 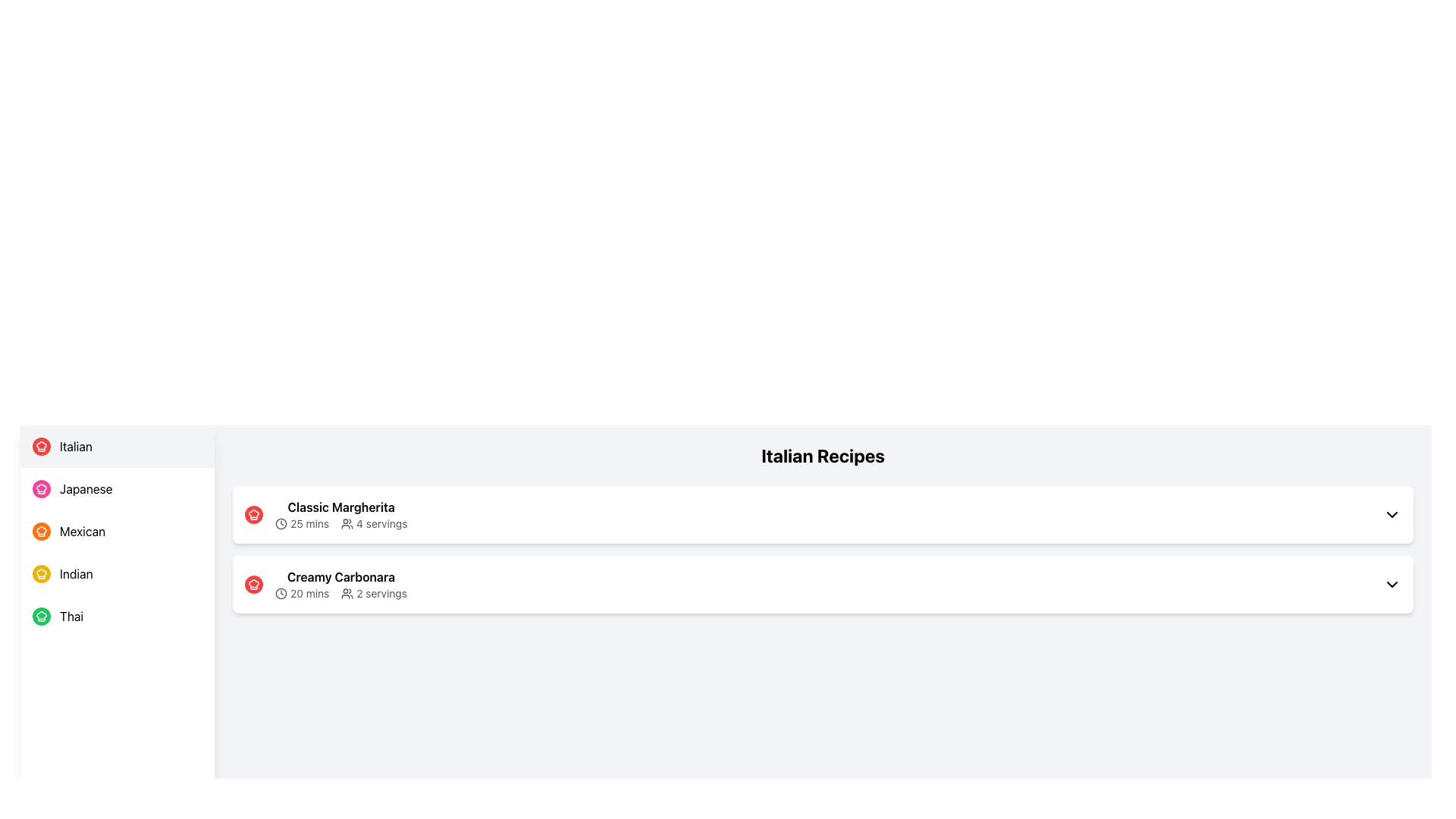 I want to click on the decorative icon representing the recipe titled 'Classic Margherita', located on the left side of the item's description, so click(x=254, y=584).